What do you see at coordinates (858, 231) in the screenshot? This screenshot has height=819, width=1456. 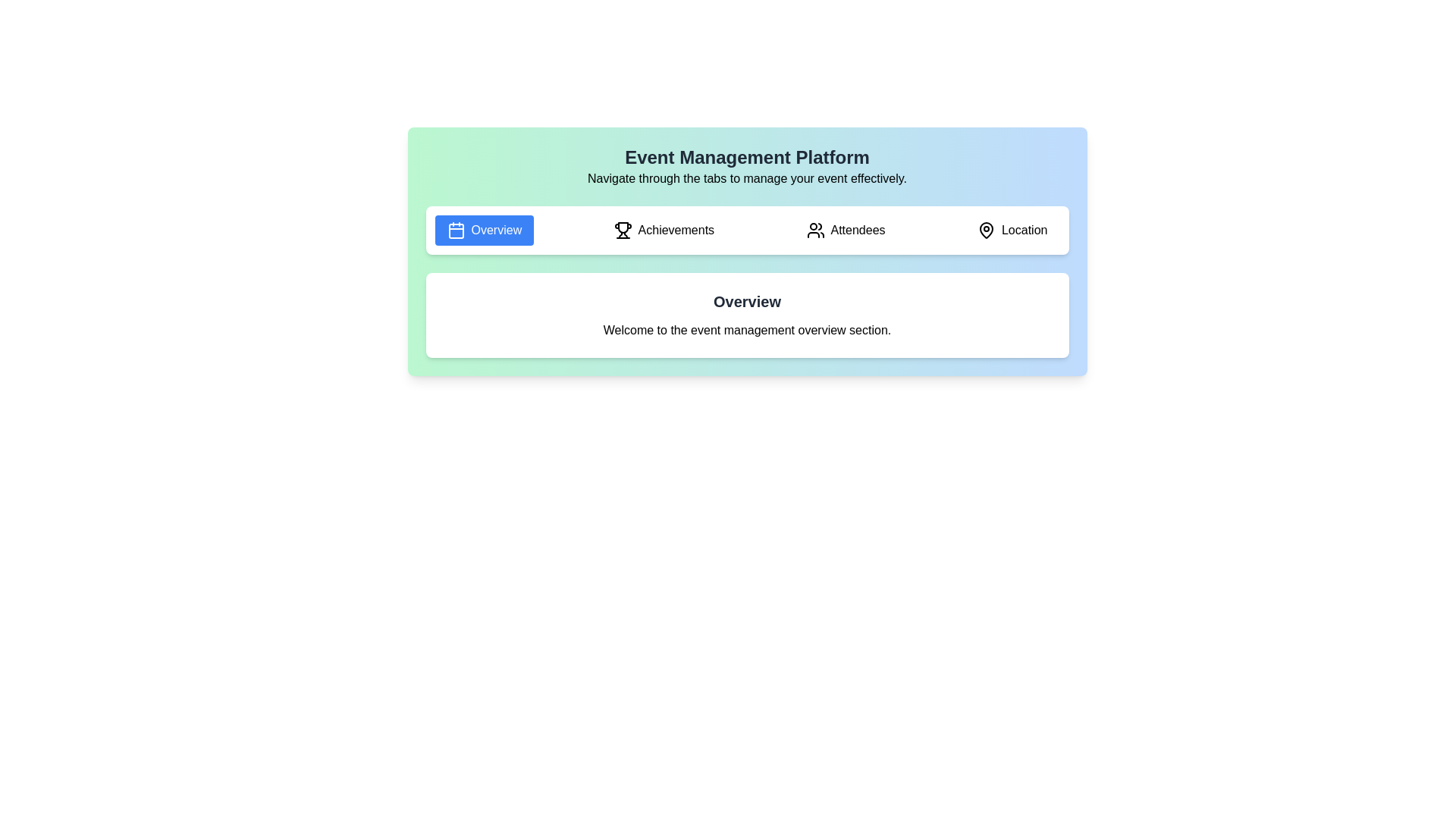 I see `the 'Attendees' text label in the navigation bar` at bounding box center [858, 231].